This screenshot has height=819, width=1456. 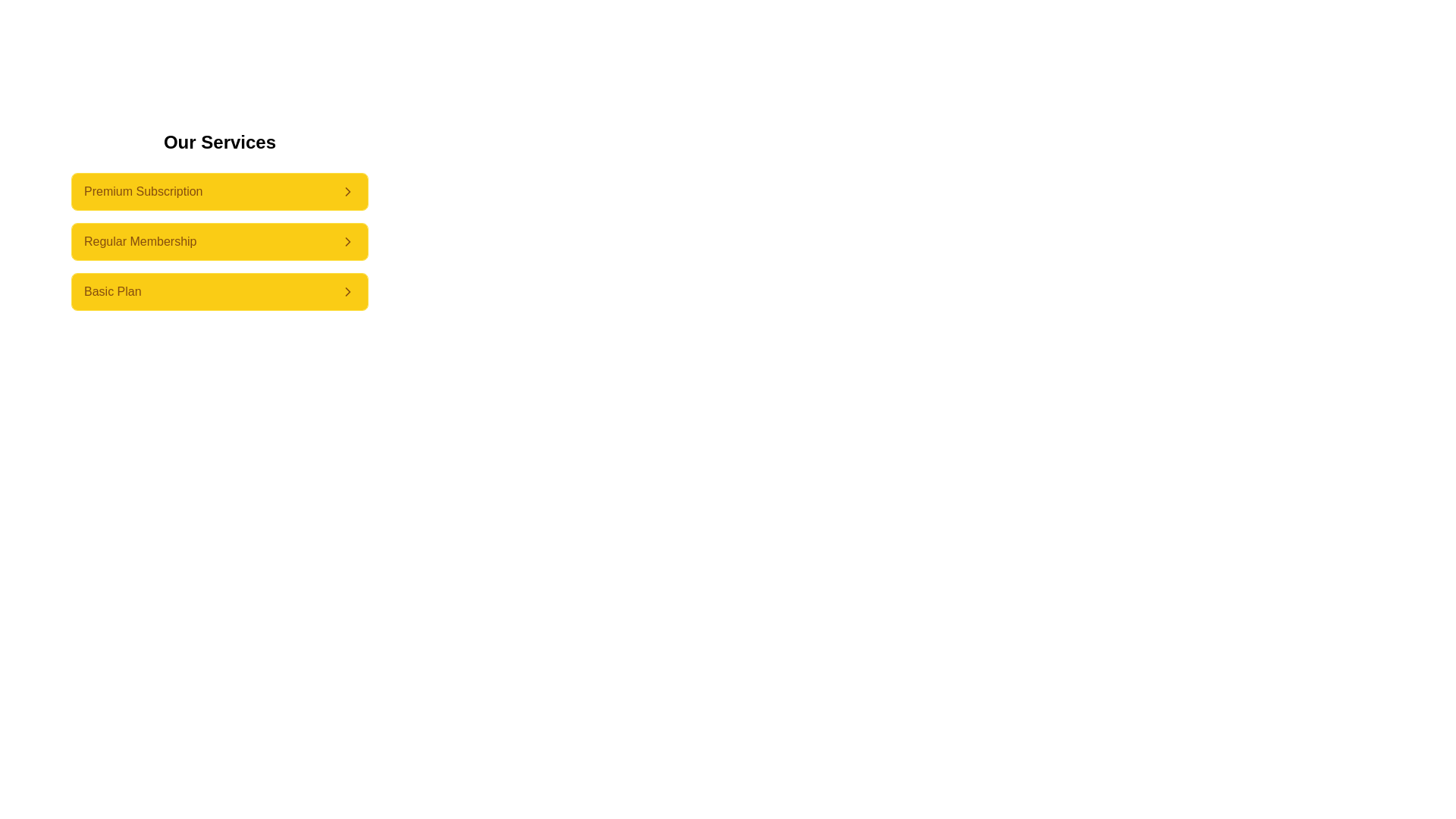 I want to click on the static header element that serves as a title for the subscription options, indicating the theme of the section, so click(x=218, y=143).